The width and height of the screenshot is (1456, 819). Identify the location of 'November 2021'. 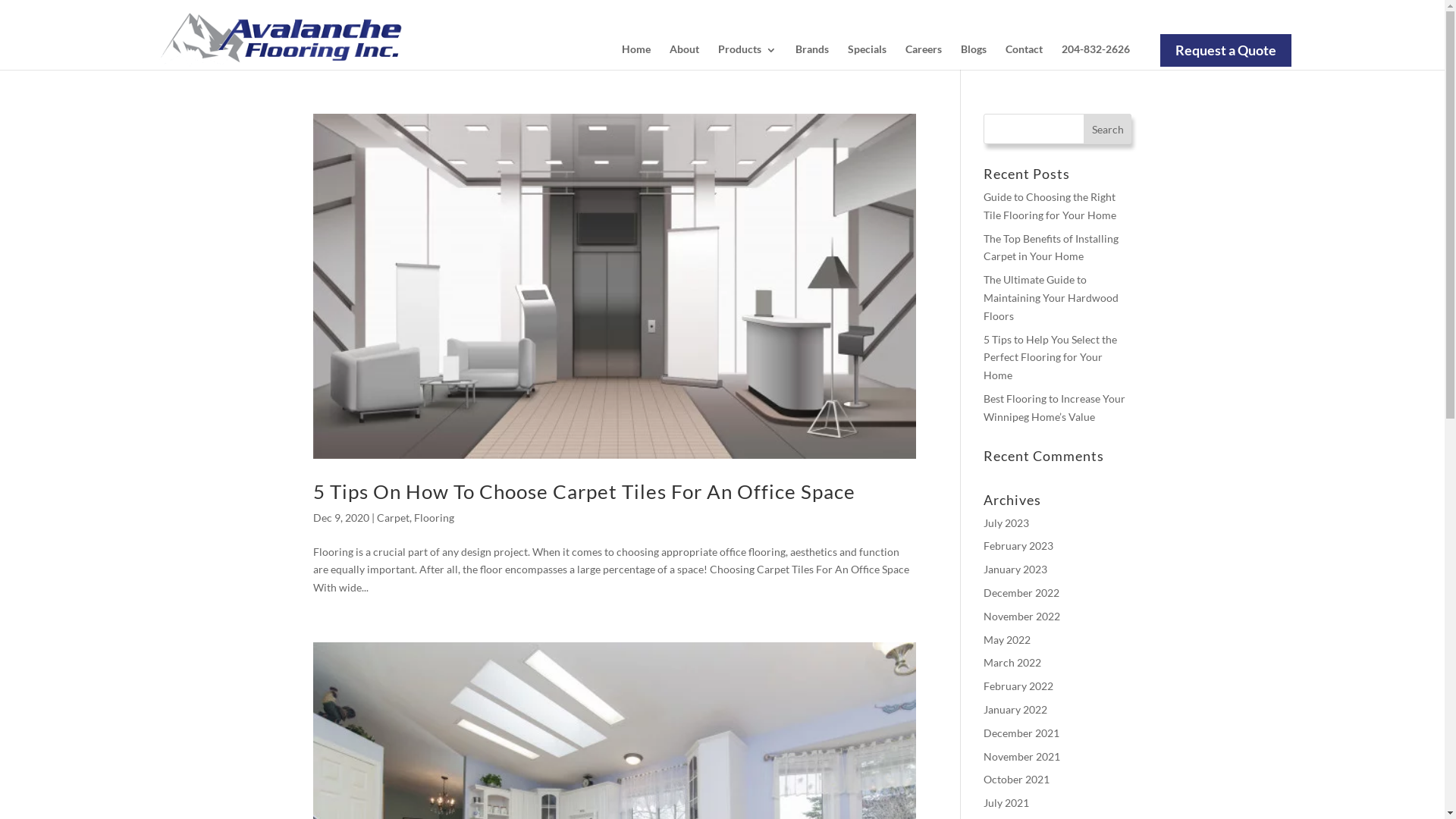
(1021, 756).